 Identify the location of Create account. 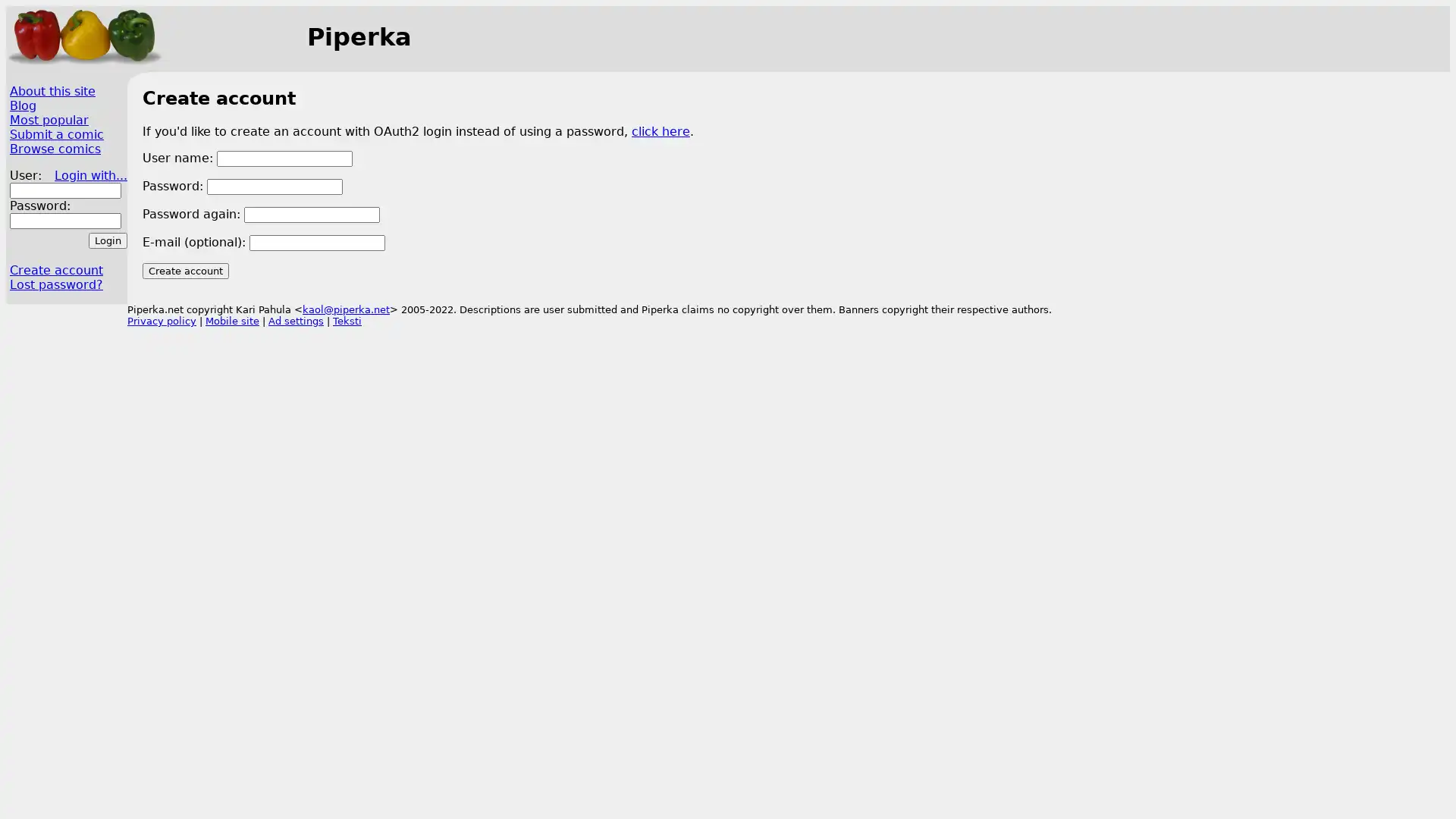
(184, 269).